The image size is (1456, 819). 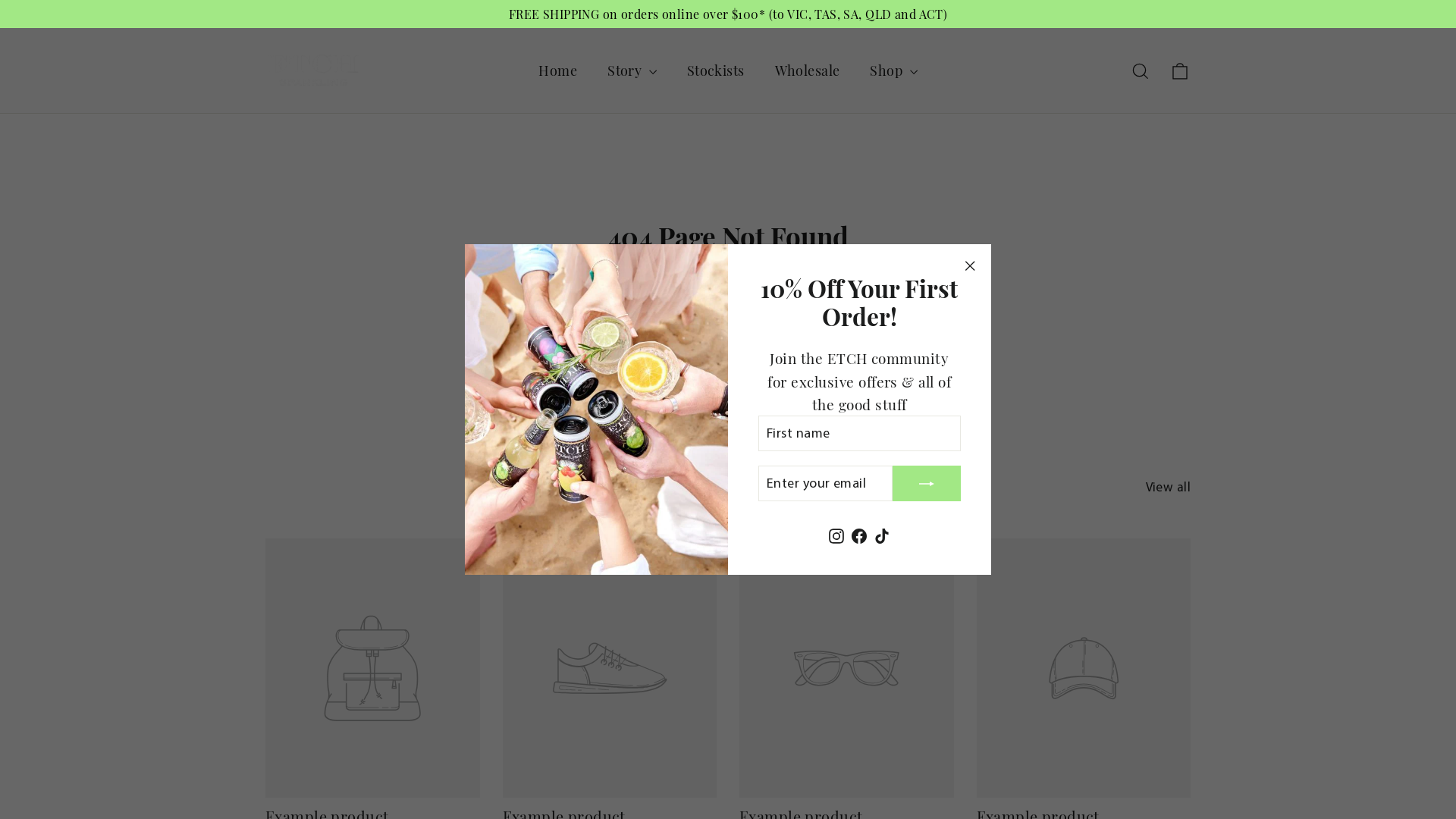 What do you see at coordinates (858, 533) in the screenshot?
I see `'Facebook'` at bounding box center [858, 533].